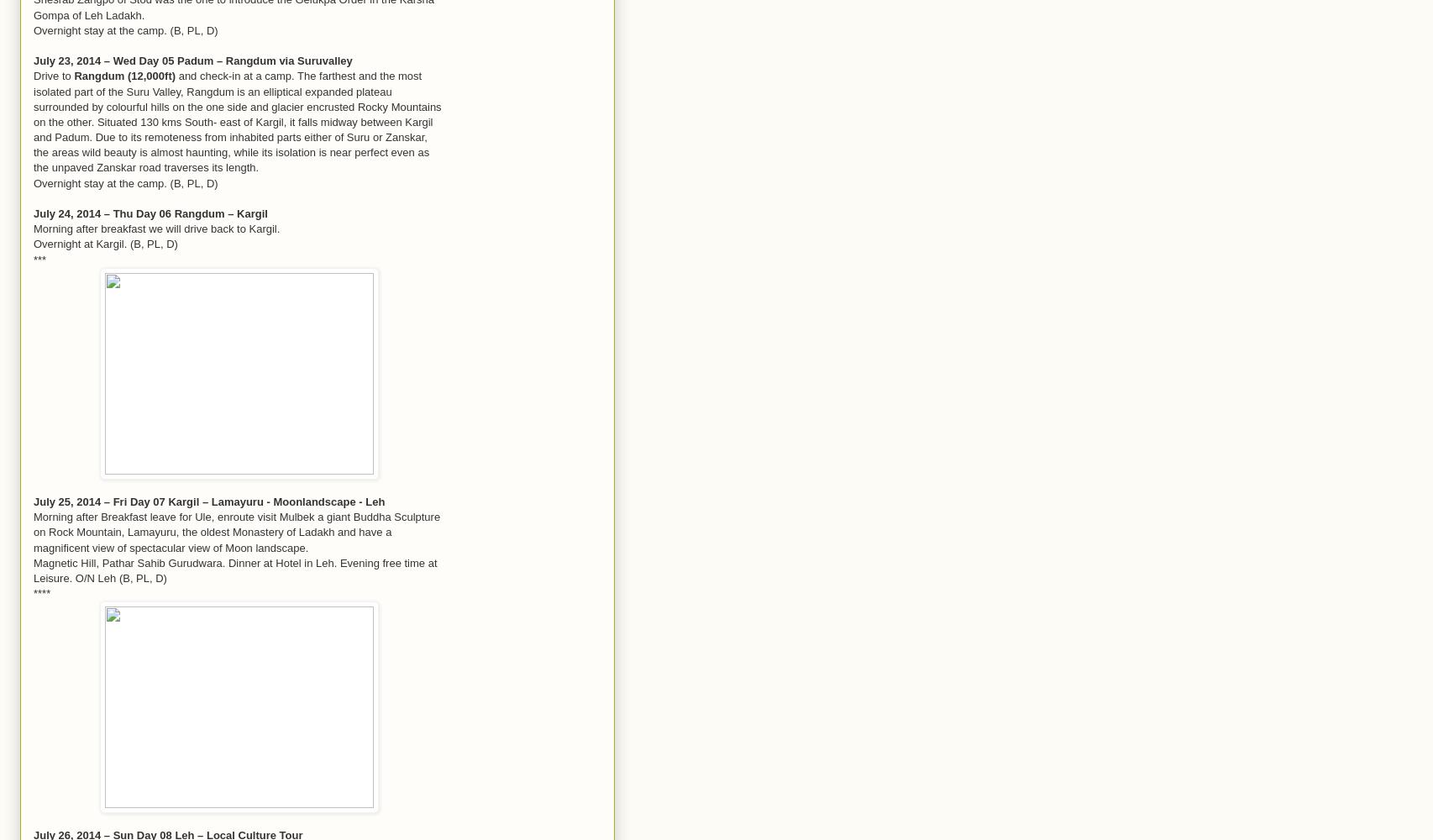  I want to click on 'Magnetic Hill, Pathar Sahib Gurudwara. Dinner at Hotel in Leh. Evening free time at Leisure. O/N Leh (B, PL, D)', so click(33, 570).